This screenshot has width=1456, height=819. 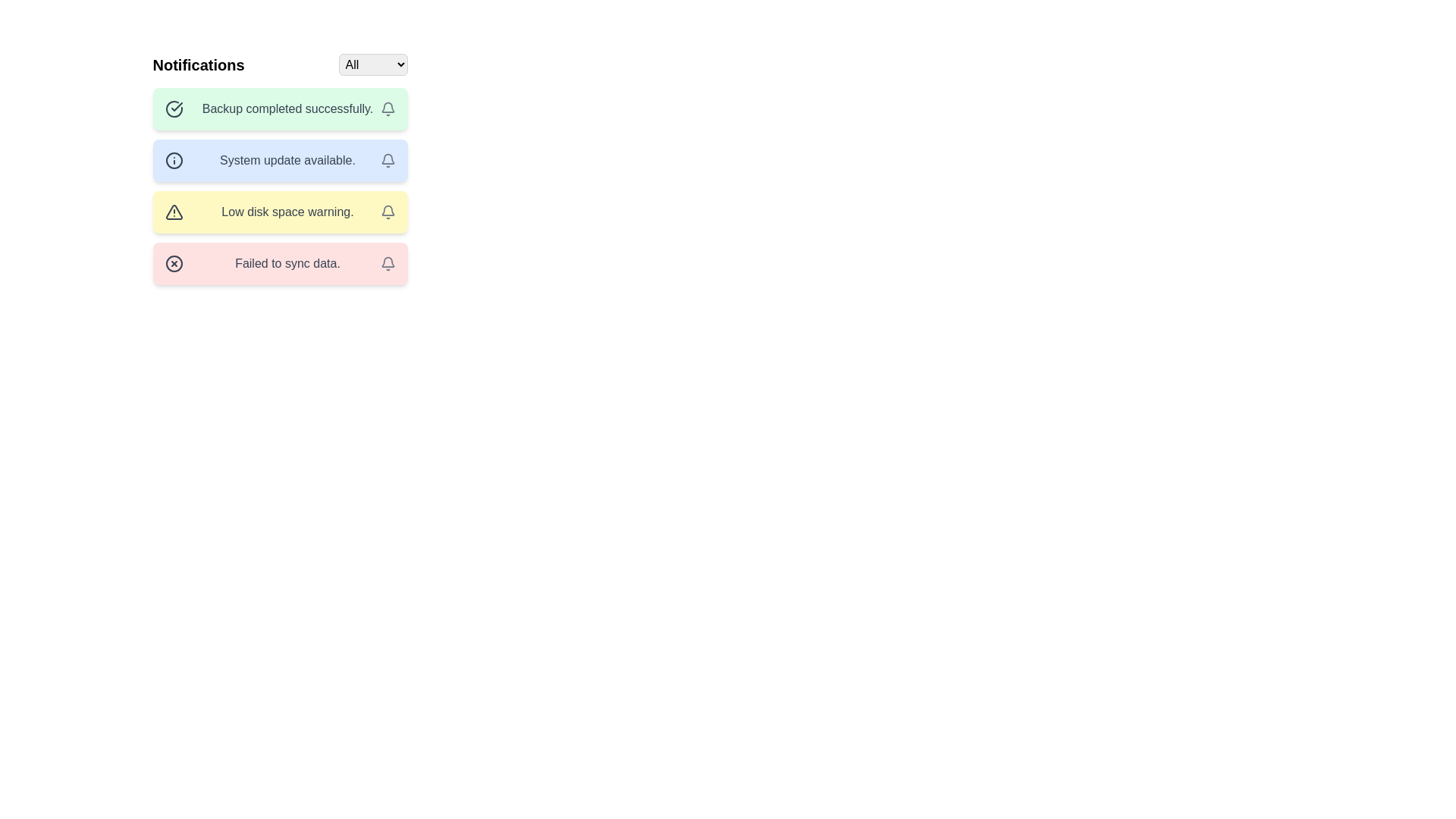 What do you see at coordinates (177, 106) in the screenshot?
I see `the icon that visually indicates completion or success, located within the SVG icon of the notification titled 'Backup completed successfully'` at bounding box center [177, 106].